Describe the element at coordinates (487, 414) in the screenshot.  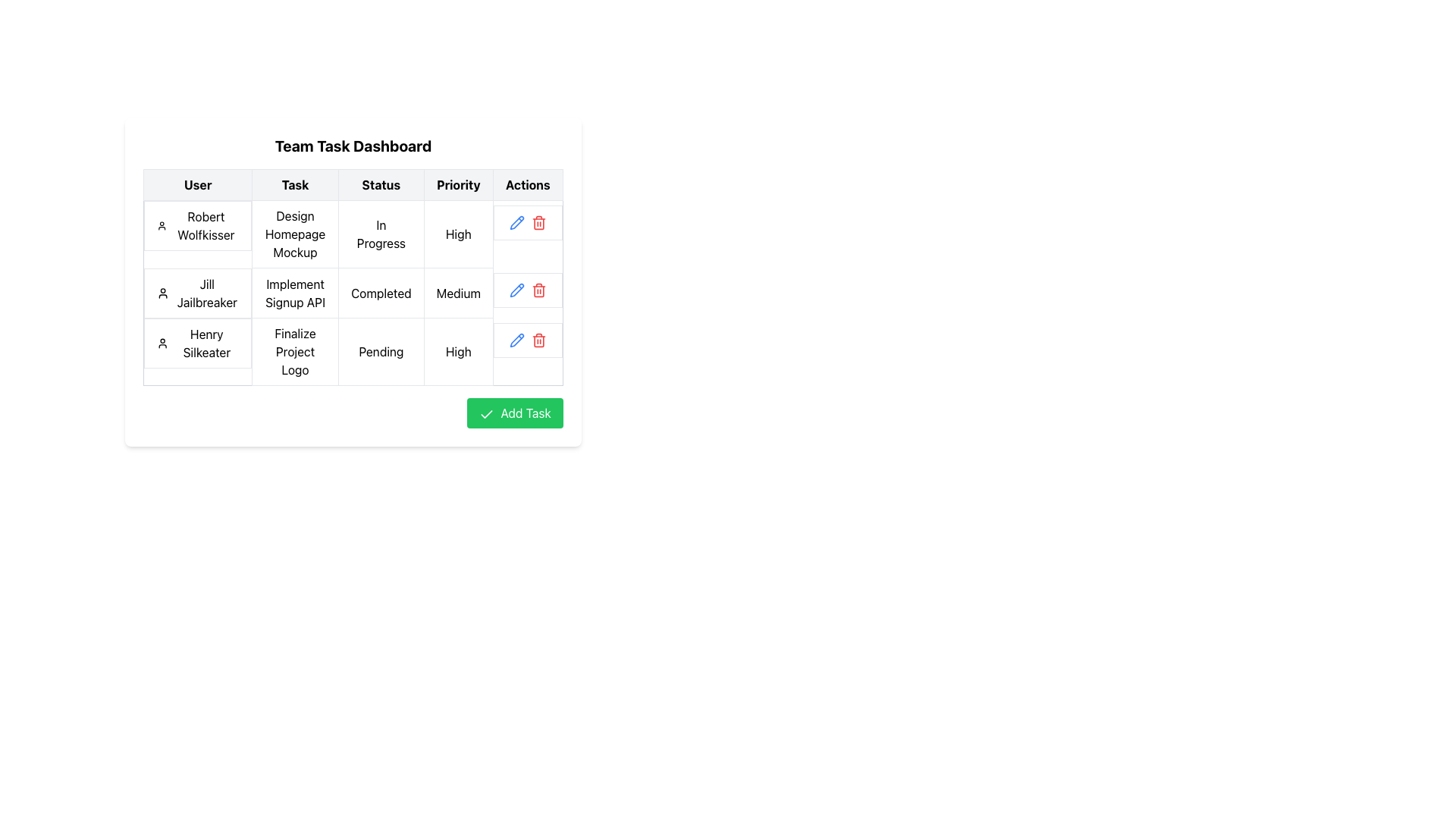
I see `the confirmation icon located inside the green 'Add Task' button at the bottom right of the main task dashboard interface` at that location.